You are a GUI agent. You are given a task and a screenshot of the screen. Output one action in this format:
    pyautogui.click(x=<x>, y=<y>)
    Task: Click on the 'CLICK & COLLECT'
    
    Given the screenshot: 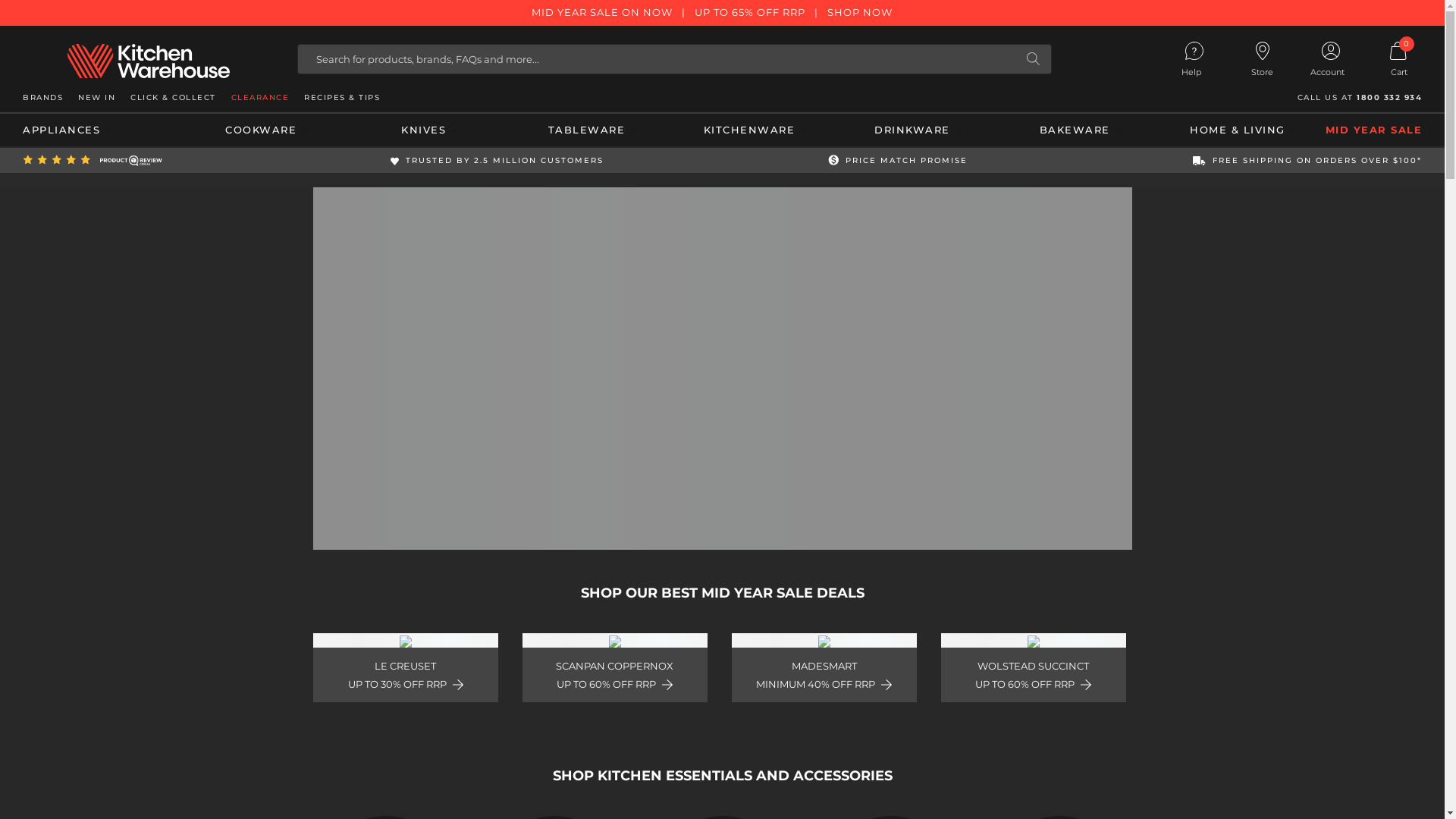 What is the action you would take?
    pyautogui.click(x=173, y=97)
    